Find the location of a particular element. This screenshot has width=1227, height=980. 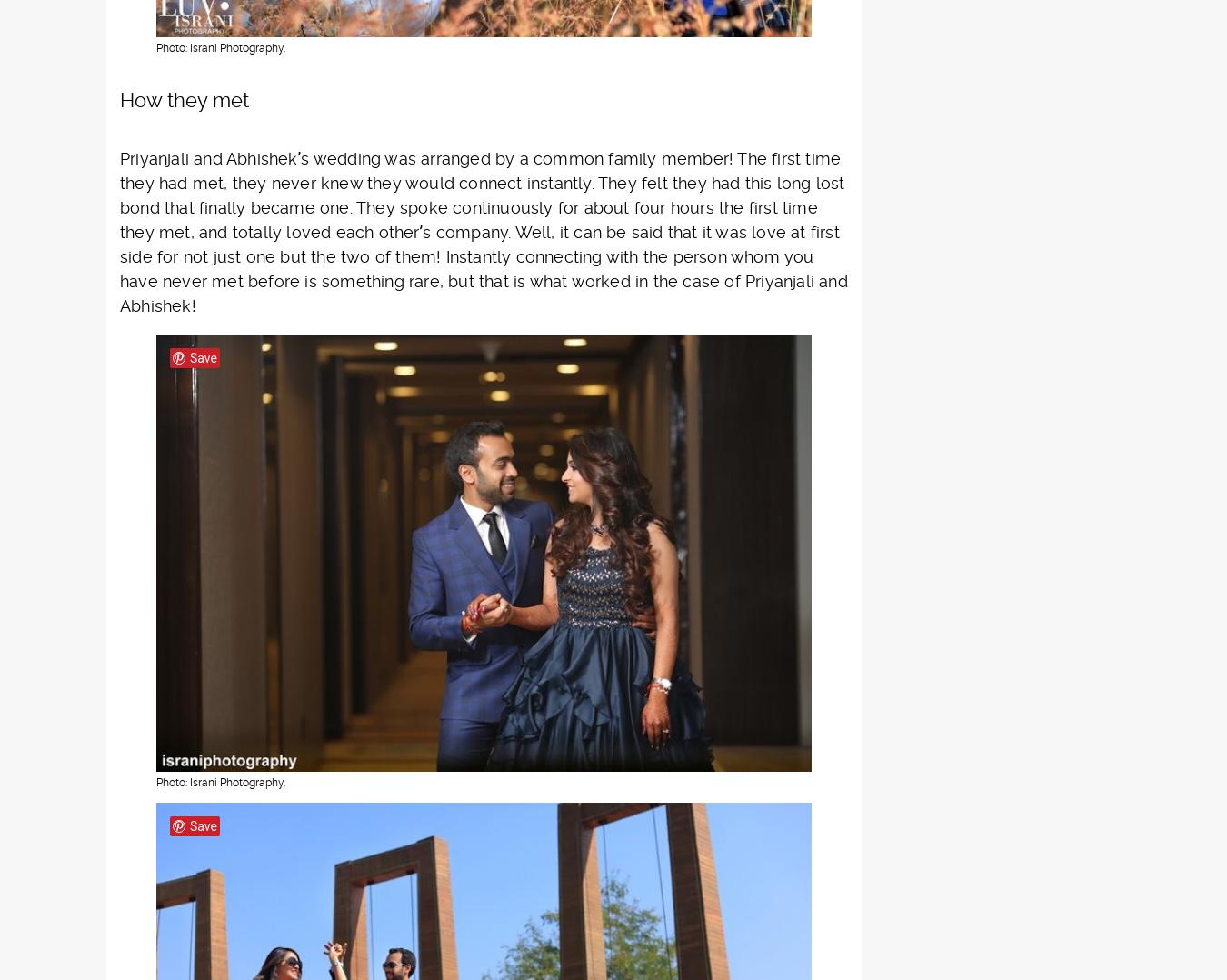

'The beautiful photography is done by' is located at coordinates (267, 572).